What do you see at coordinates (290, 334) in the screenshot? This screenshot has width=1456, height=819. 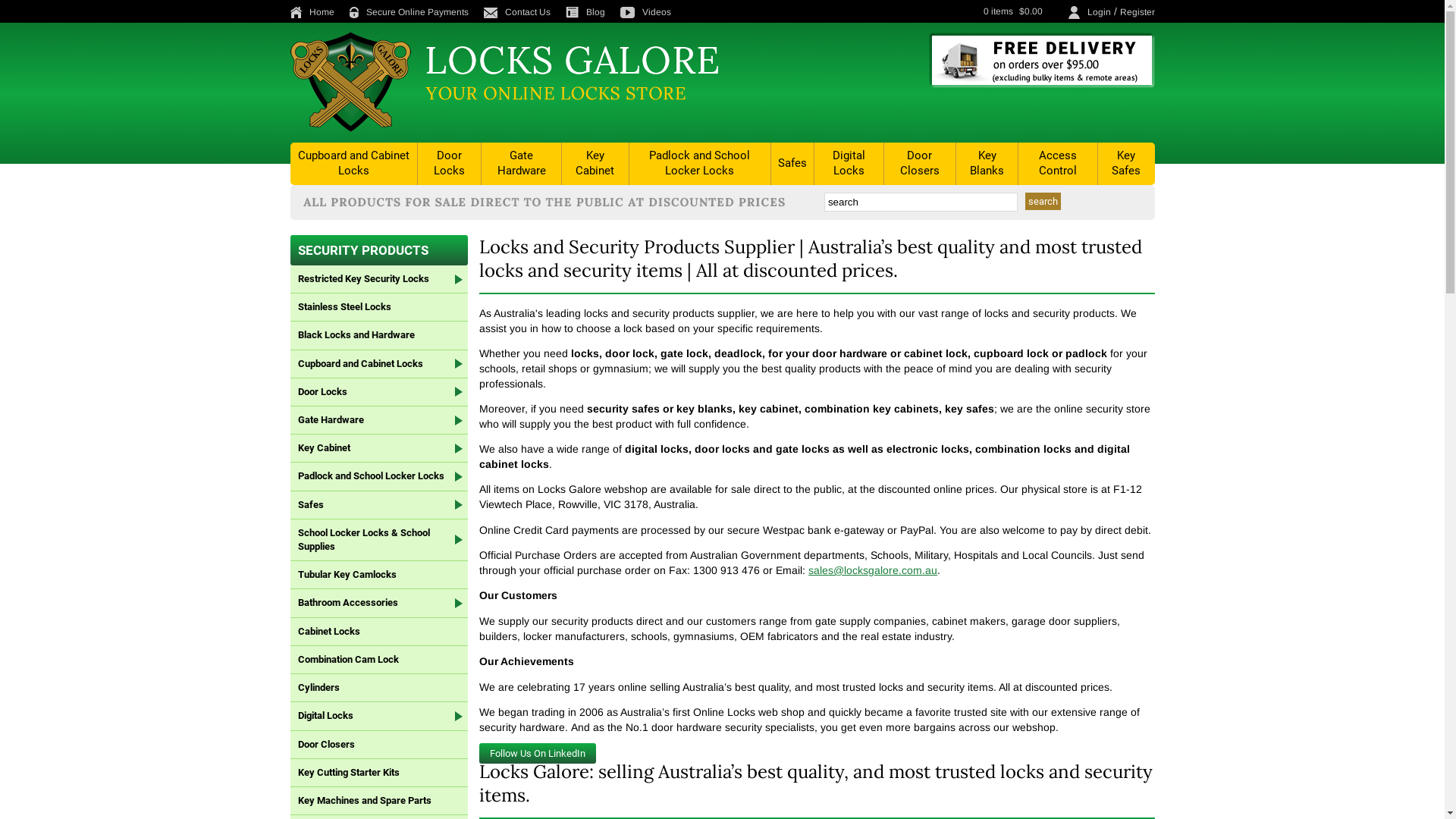 I see `'Black Locks and Hardware'` at bounding box center [290, 334].